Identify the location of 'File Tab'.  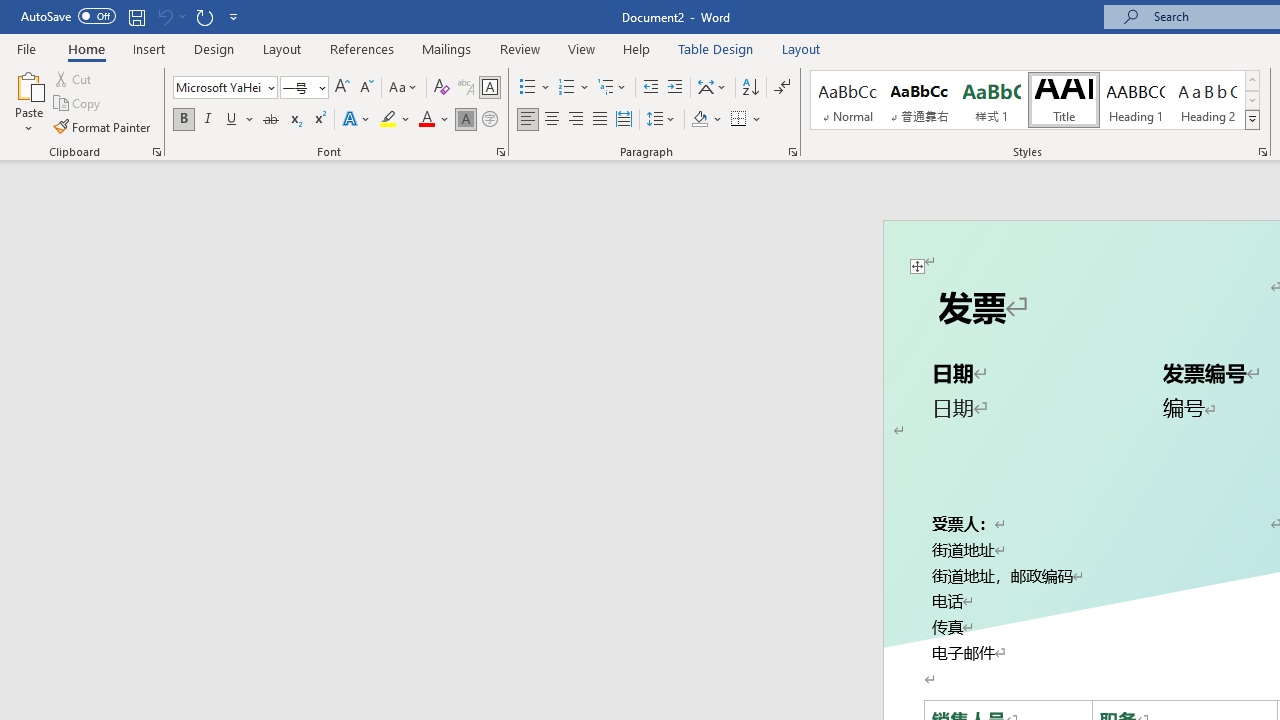
(26, 47).